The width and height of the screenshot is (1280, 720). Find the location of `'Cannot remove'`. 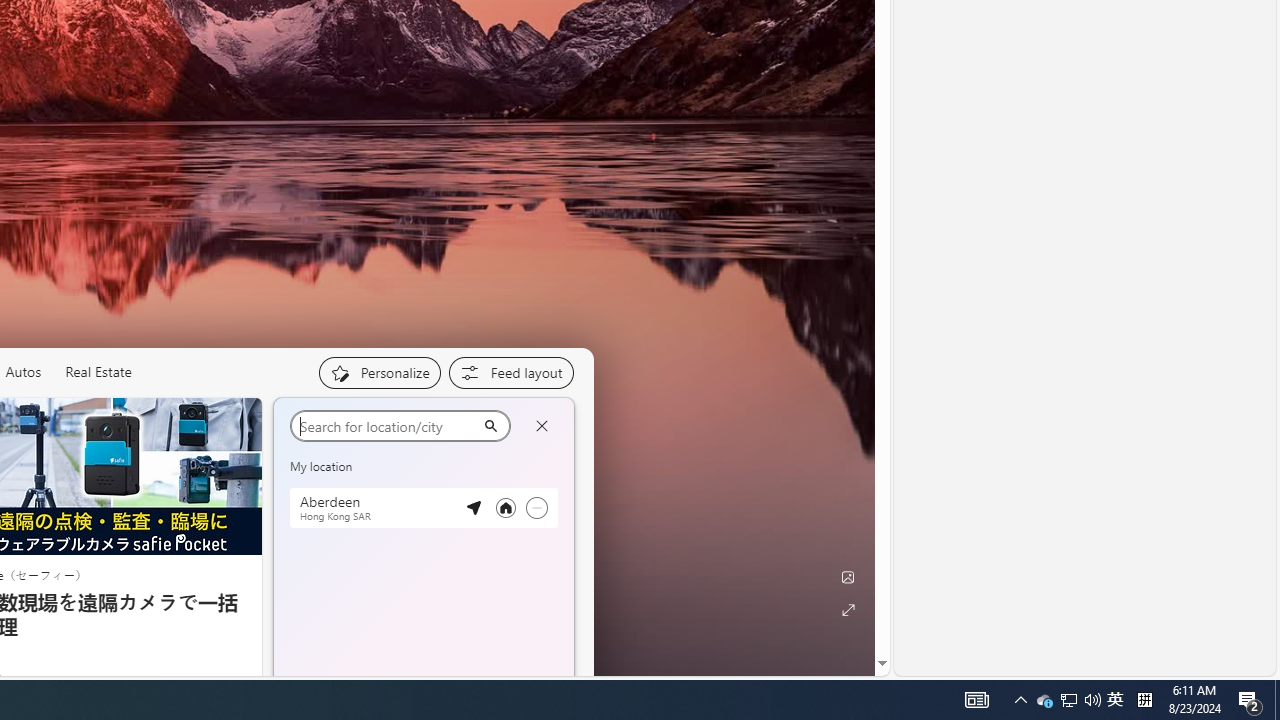

'Cannot remove' is located at coordinates (536, 506).